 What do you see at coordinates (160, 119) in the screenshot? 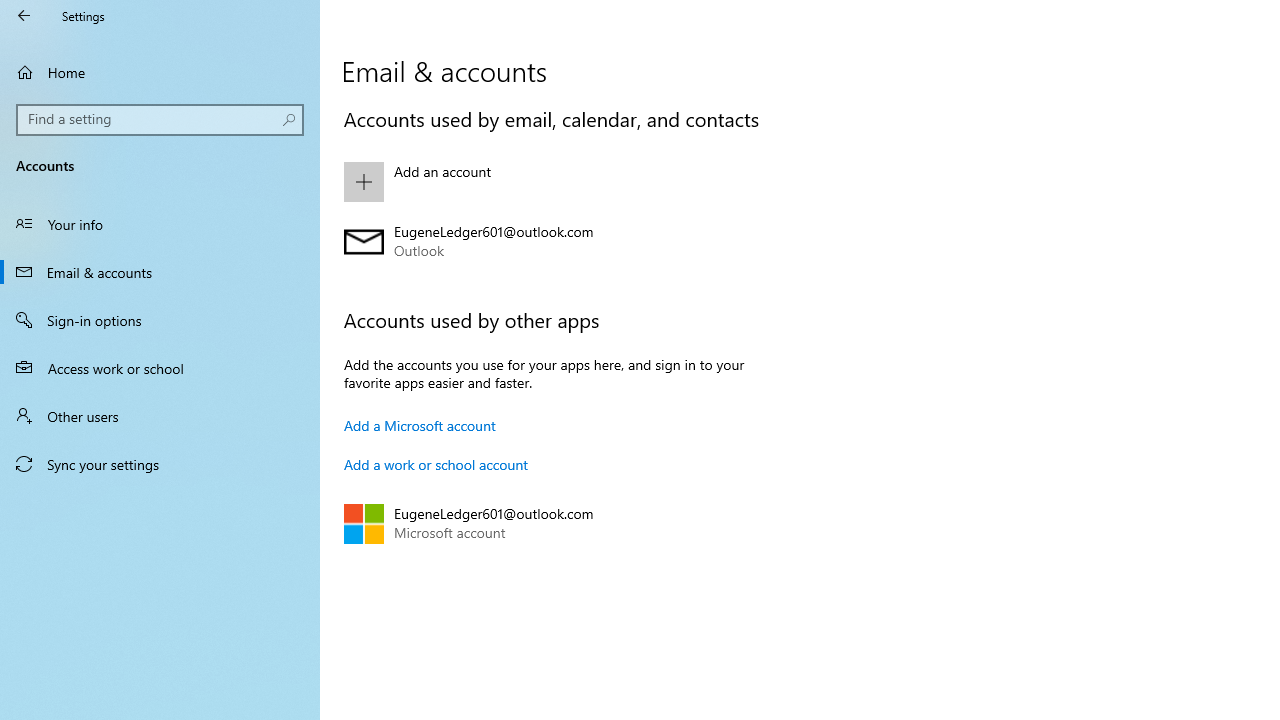
I see `'Search box, Find a setting'` at bounding box center [160, 119].